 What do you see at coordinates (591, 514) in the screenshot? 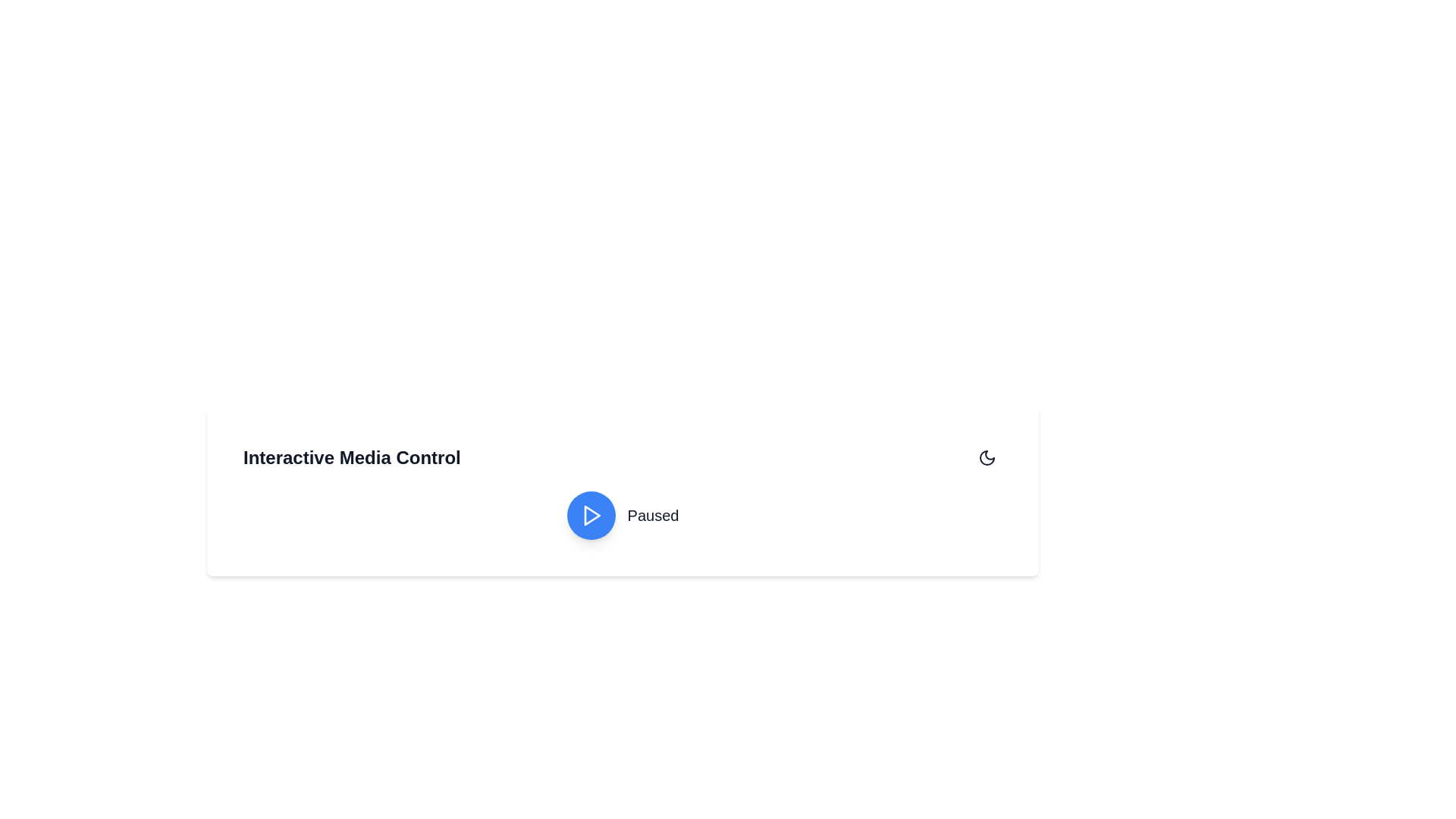
I see `the playback state icon inside the circular button labeled 'Paused'` at bounding box center [591, 514].